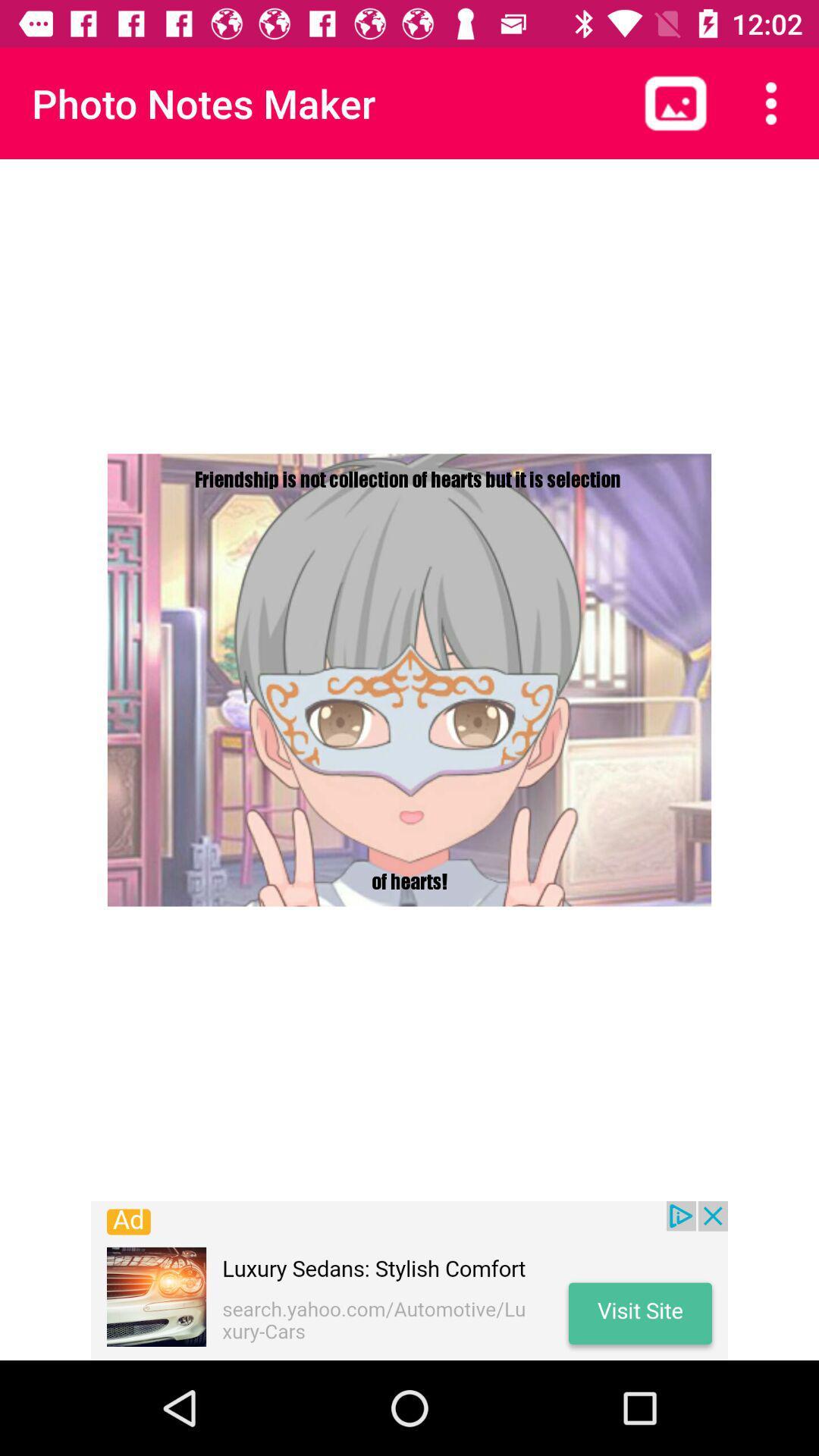  Describe the element at coordinates (771, 102) in the screenshot. I see `menu icon` at that location.